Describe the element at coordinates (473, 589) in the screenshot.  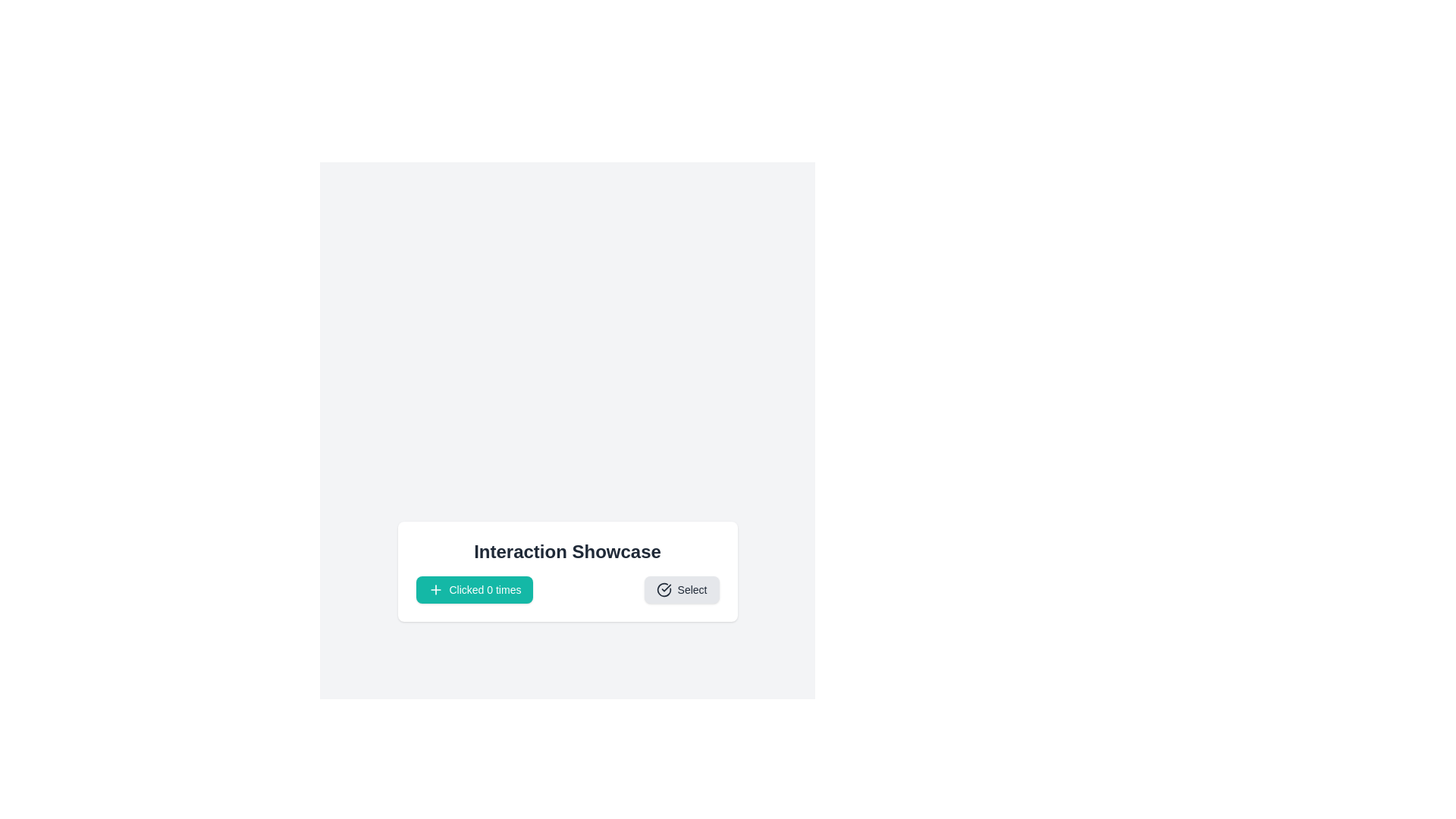
I see `the small rectangular button with a teal background and white plus sign icon labeled 'Clicked 0 times' for visual feedback` at that location.